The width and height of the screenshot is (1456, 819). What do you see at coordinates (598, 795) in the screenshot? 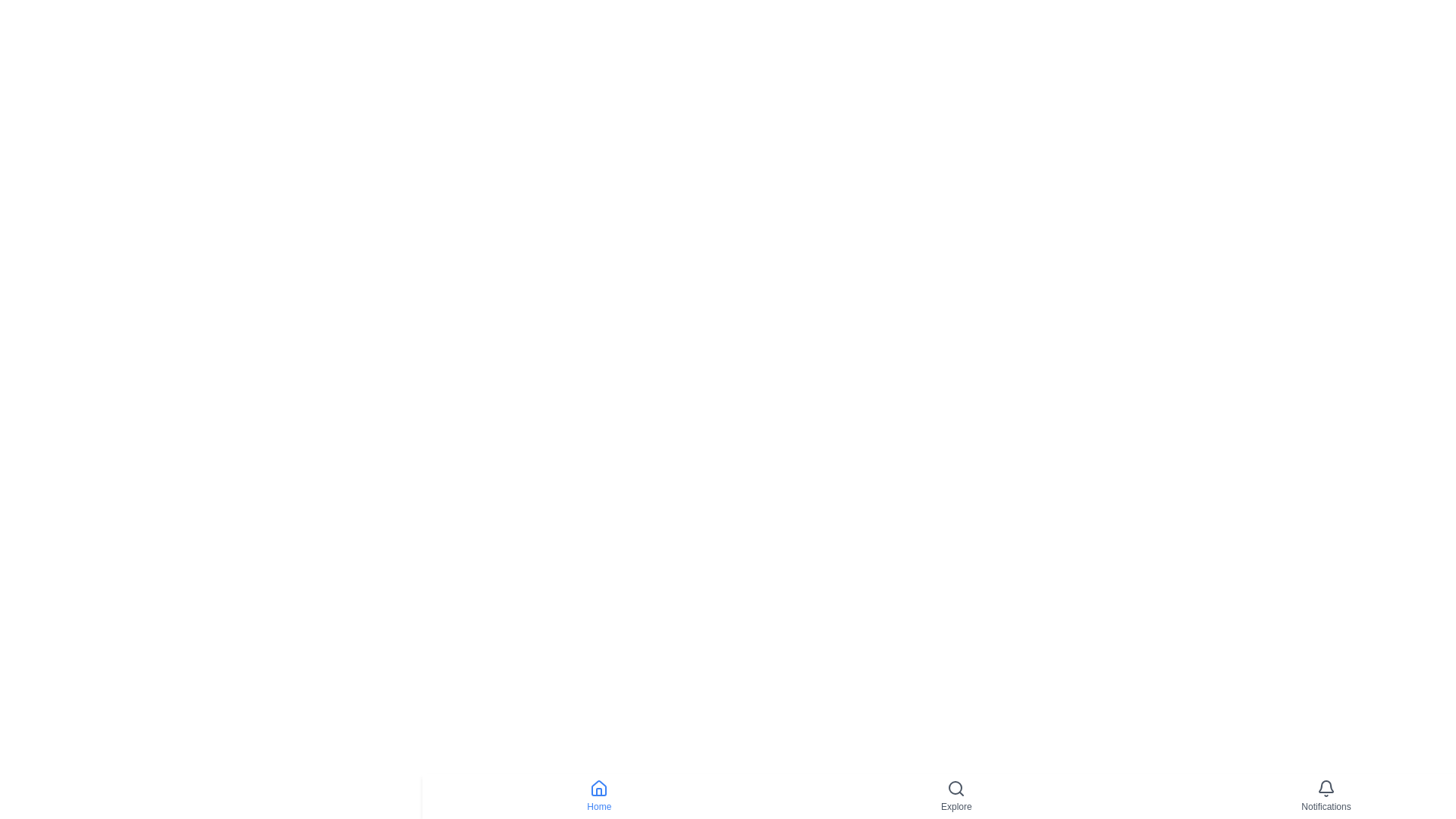
I see `the 'Home' button with a blue outlined house icon` at bounding box center [598, 795].